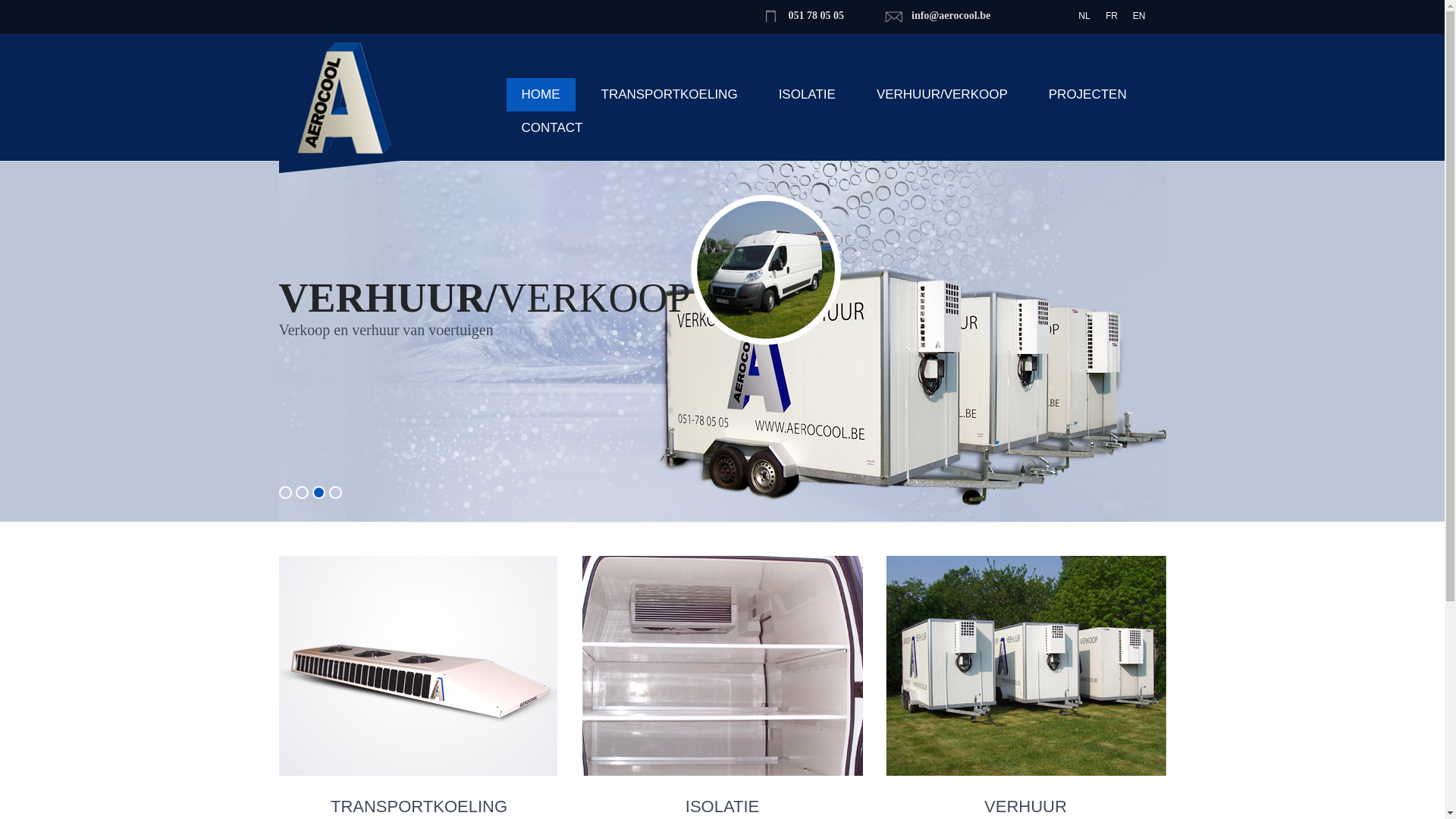  I want to click on '3', so click(312, 492).